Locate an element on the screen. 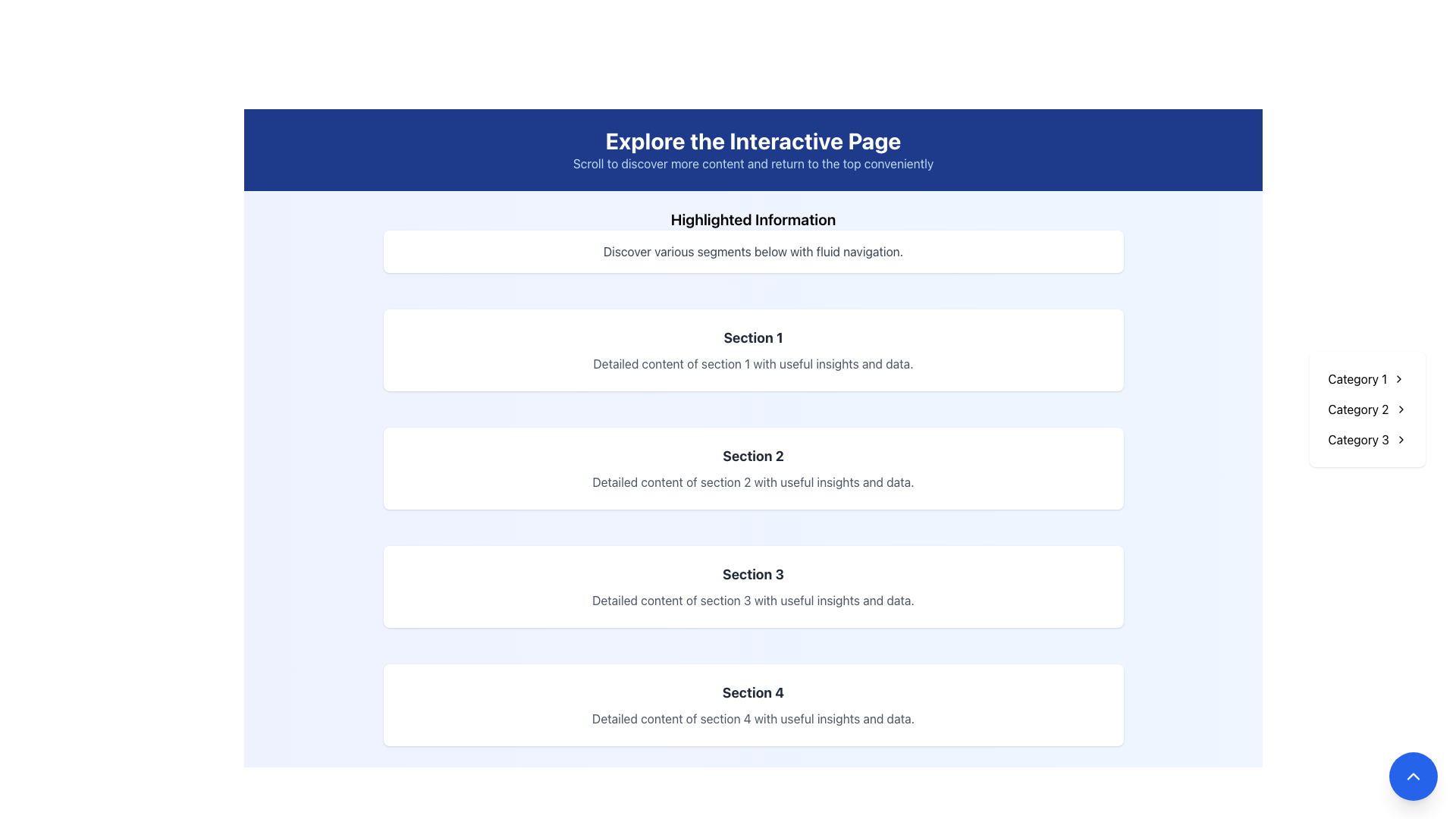 The image size is (1456, 819). the navigation icon located at the rightmost position of the row for 'Category 3' is located at coordinates (1401, 439).